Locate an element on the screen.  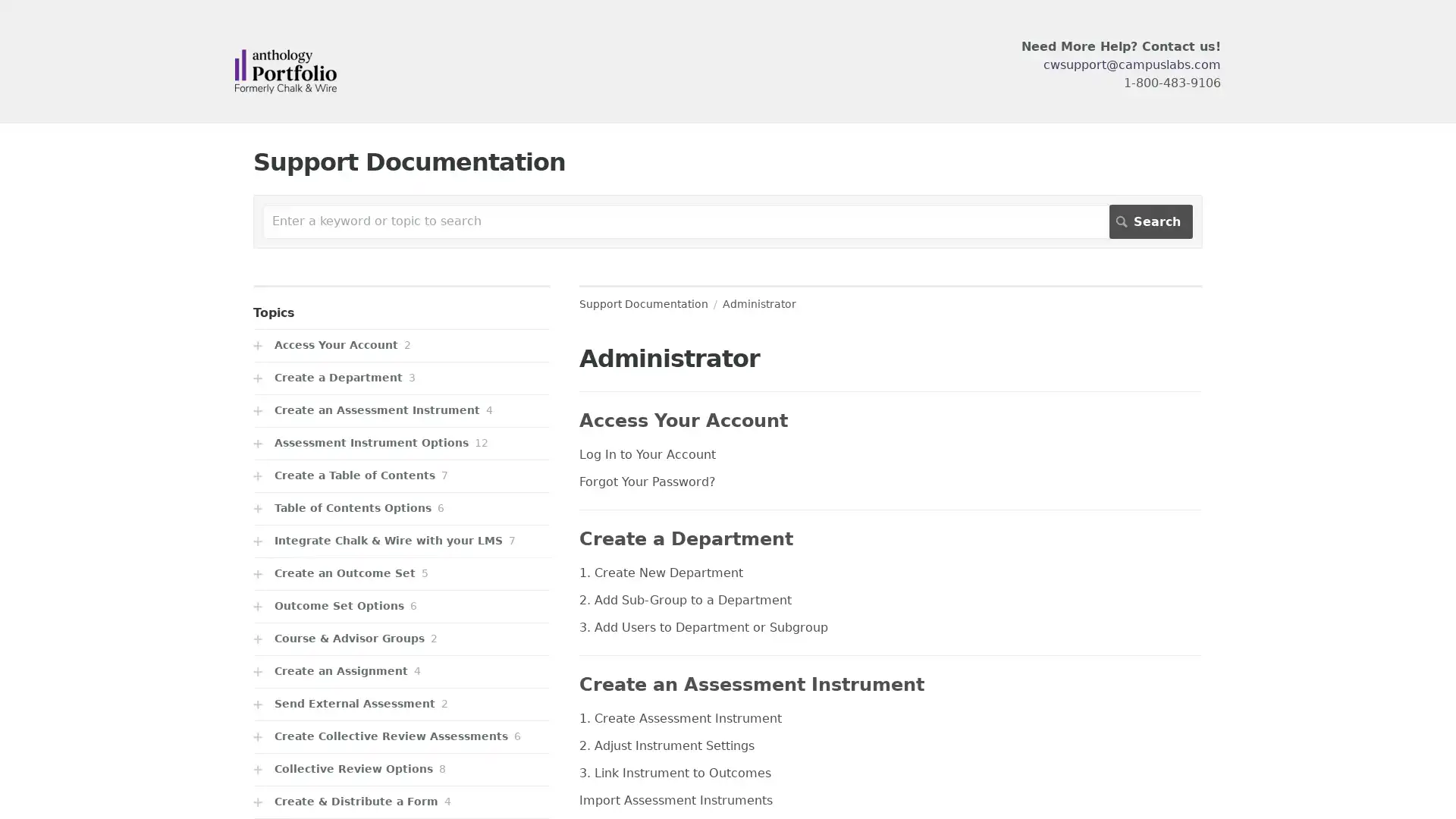
Create a Department 3 is located at coordinates (401, 377).